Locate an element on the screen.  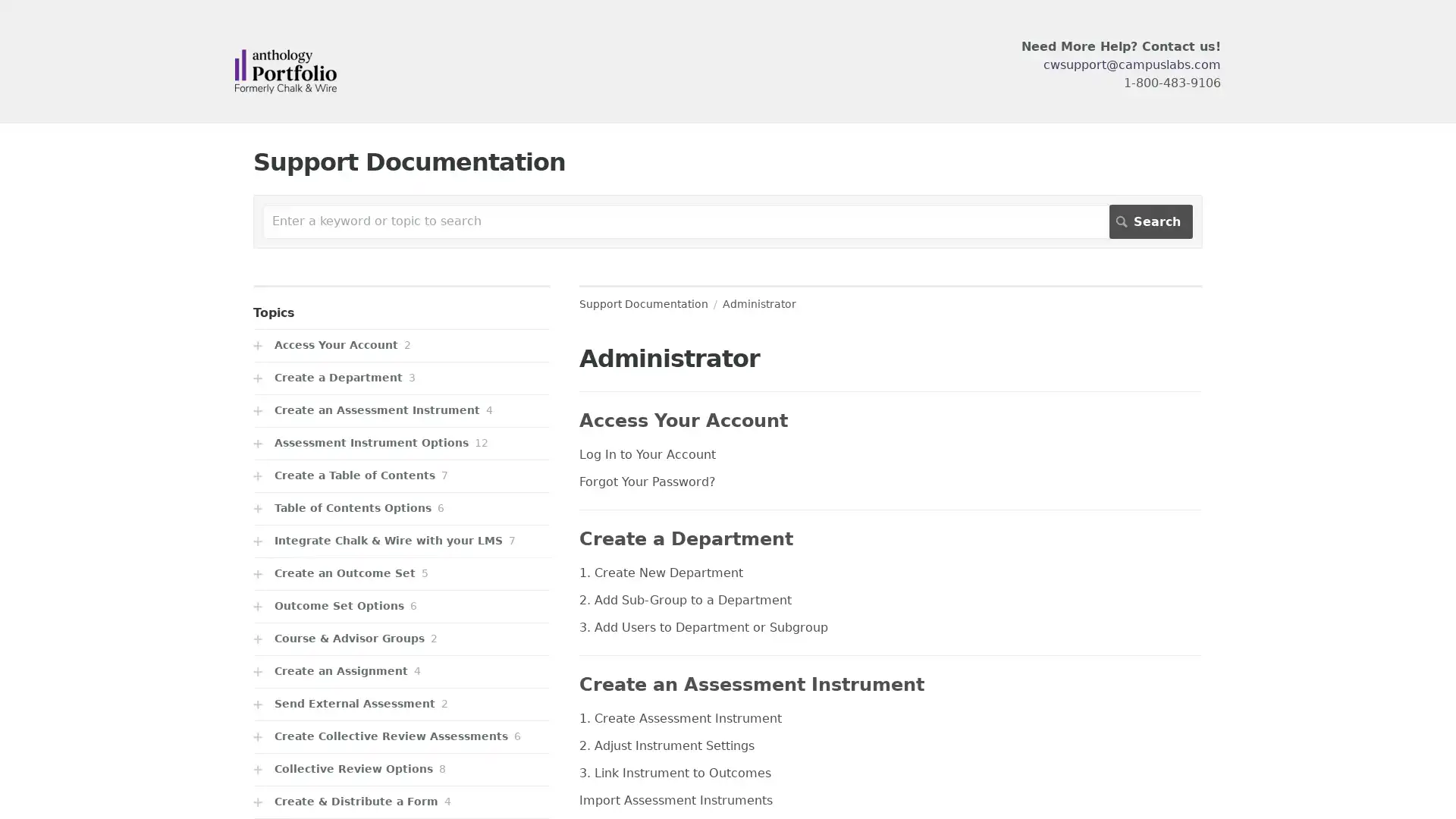
Create a Department 3 is located at coordinates (401, 377).